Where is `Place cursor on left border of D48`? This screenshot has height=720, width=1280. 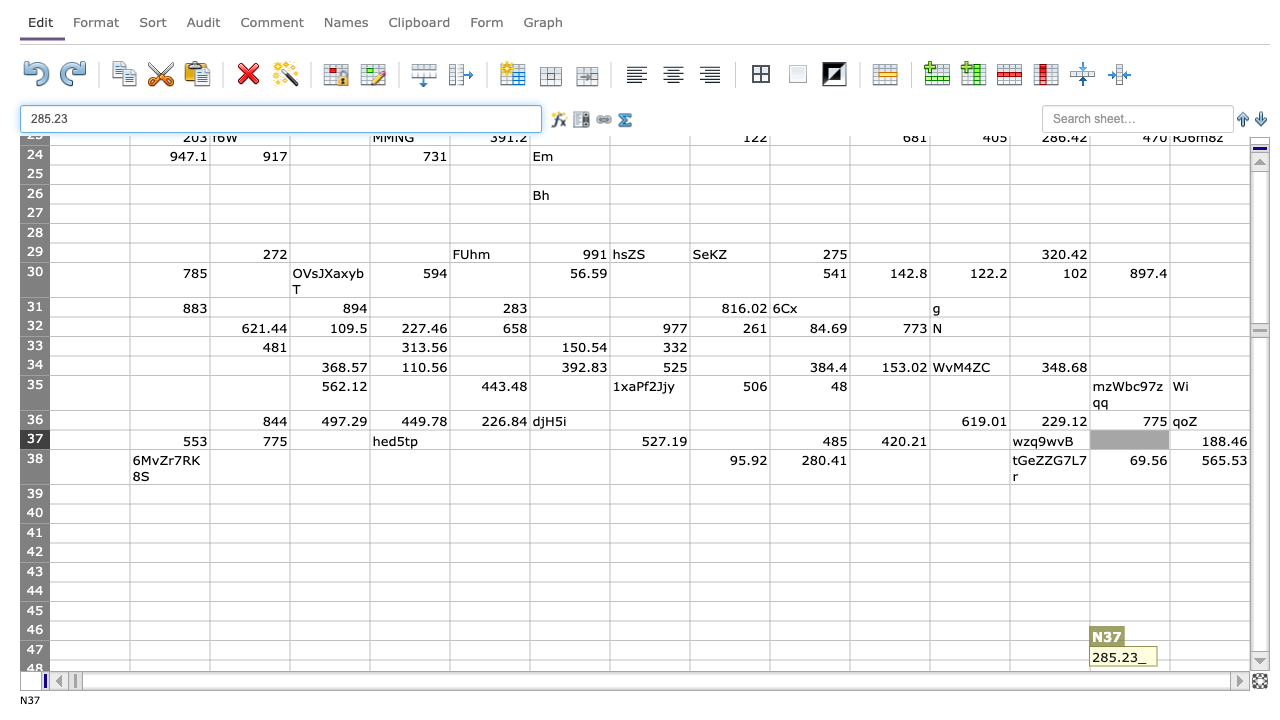 Place cursor on left border of D48 is located at coordinates (289, 669).